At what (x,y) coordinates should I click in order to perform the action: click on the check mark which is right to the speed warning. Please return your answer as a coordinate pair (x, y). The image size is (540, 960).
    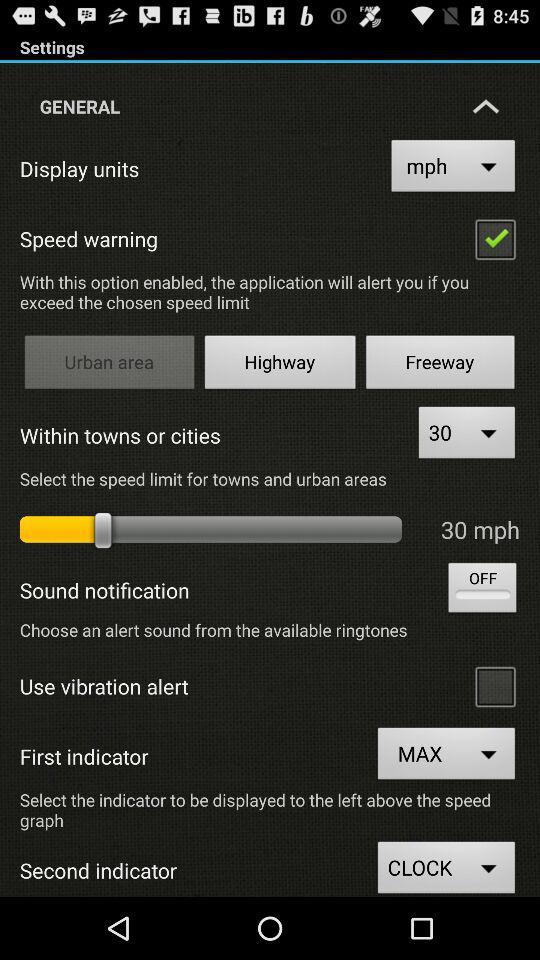
    Looking at the image, I should click on (494, 238).